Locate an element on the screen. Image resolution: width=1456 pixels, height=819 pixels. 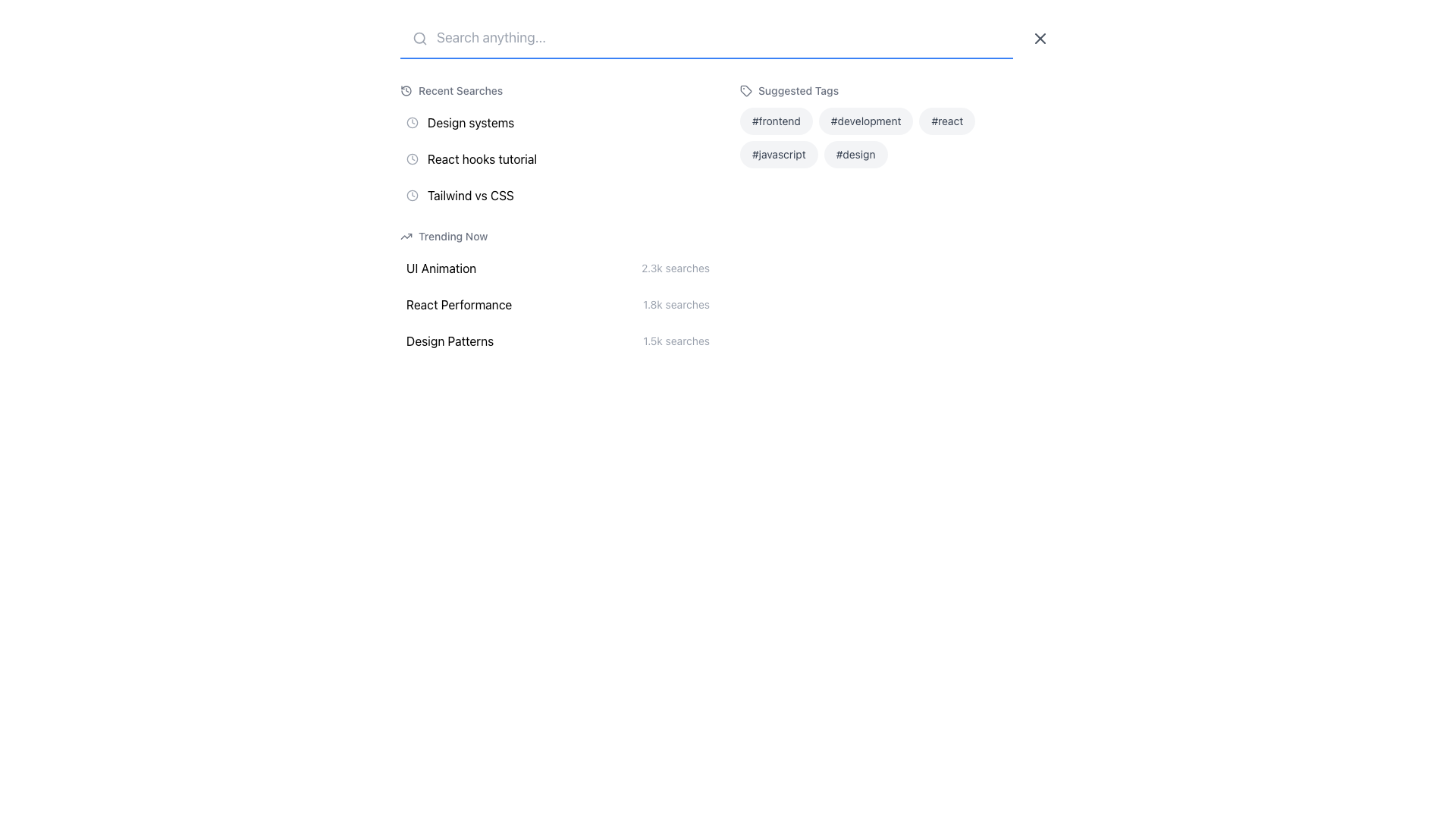
the clock icon located to the left of the text 'Recent Searches' in the top section of the left column is located at coordinates (406, 90).